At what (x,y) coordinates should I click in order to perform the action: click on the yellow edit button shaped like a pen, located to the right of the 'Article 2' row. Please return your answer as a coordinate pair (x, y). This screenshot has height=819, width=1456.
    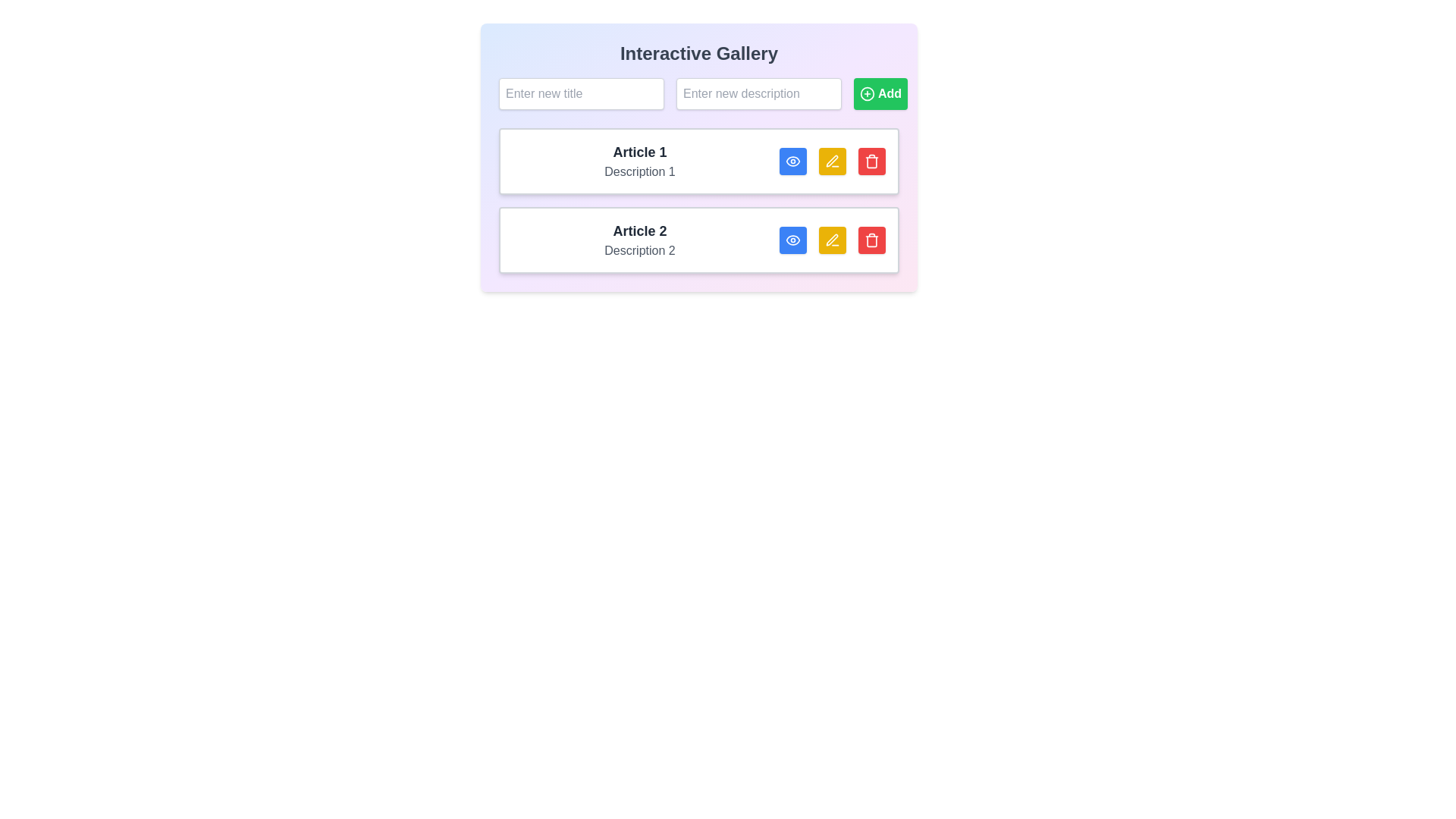
    Looking at the image, I should click on (832, 239).